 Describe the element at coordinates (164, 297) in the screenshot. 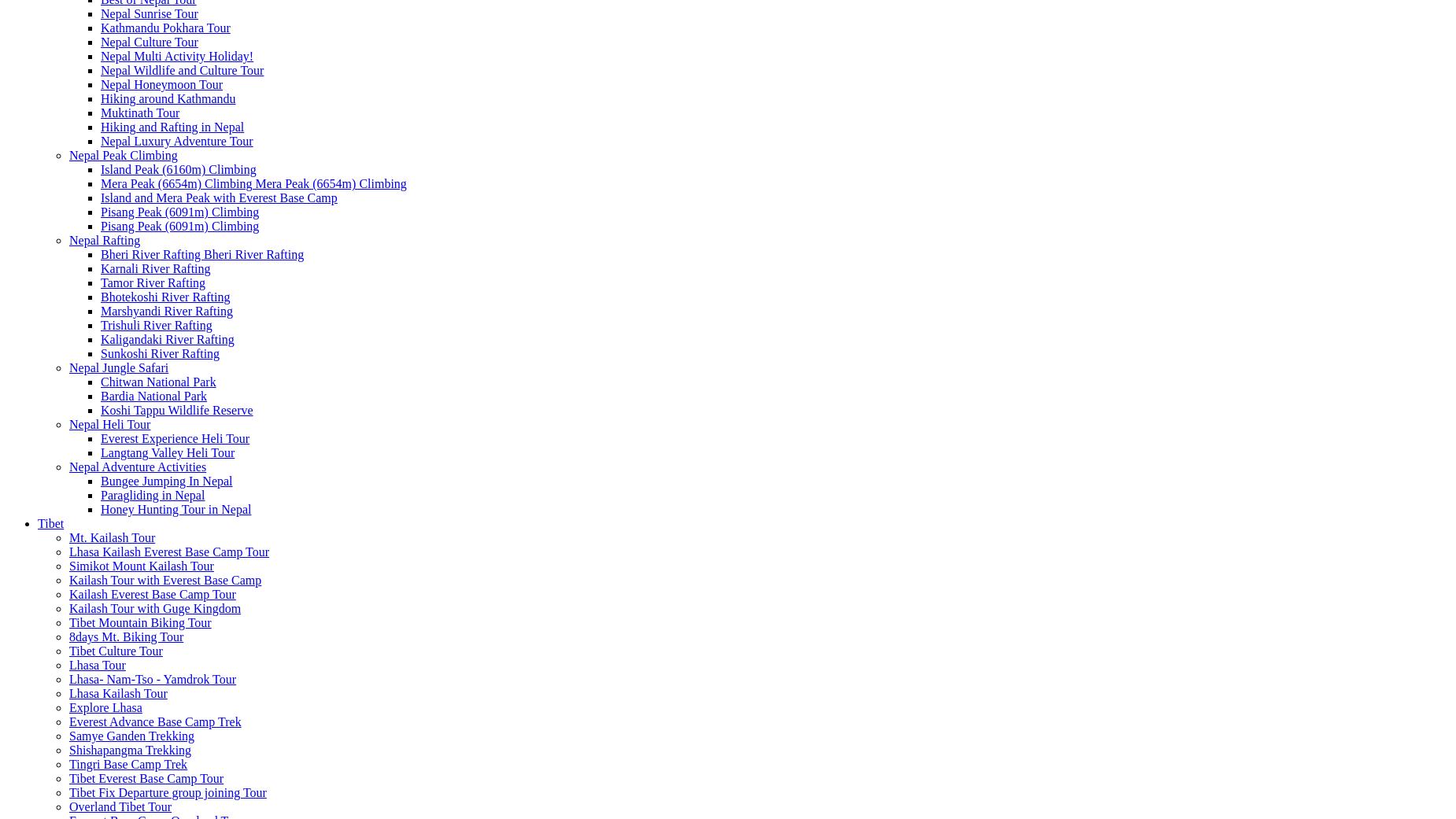

I see `'Bhotekoshi River Rafting'` at that location.